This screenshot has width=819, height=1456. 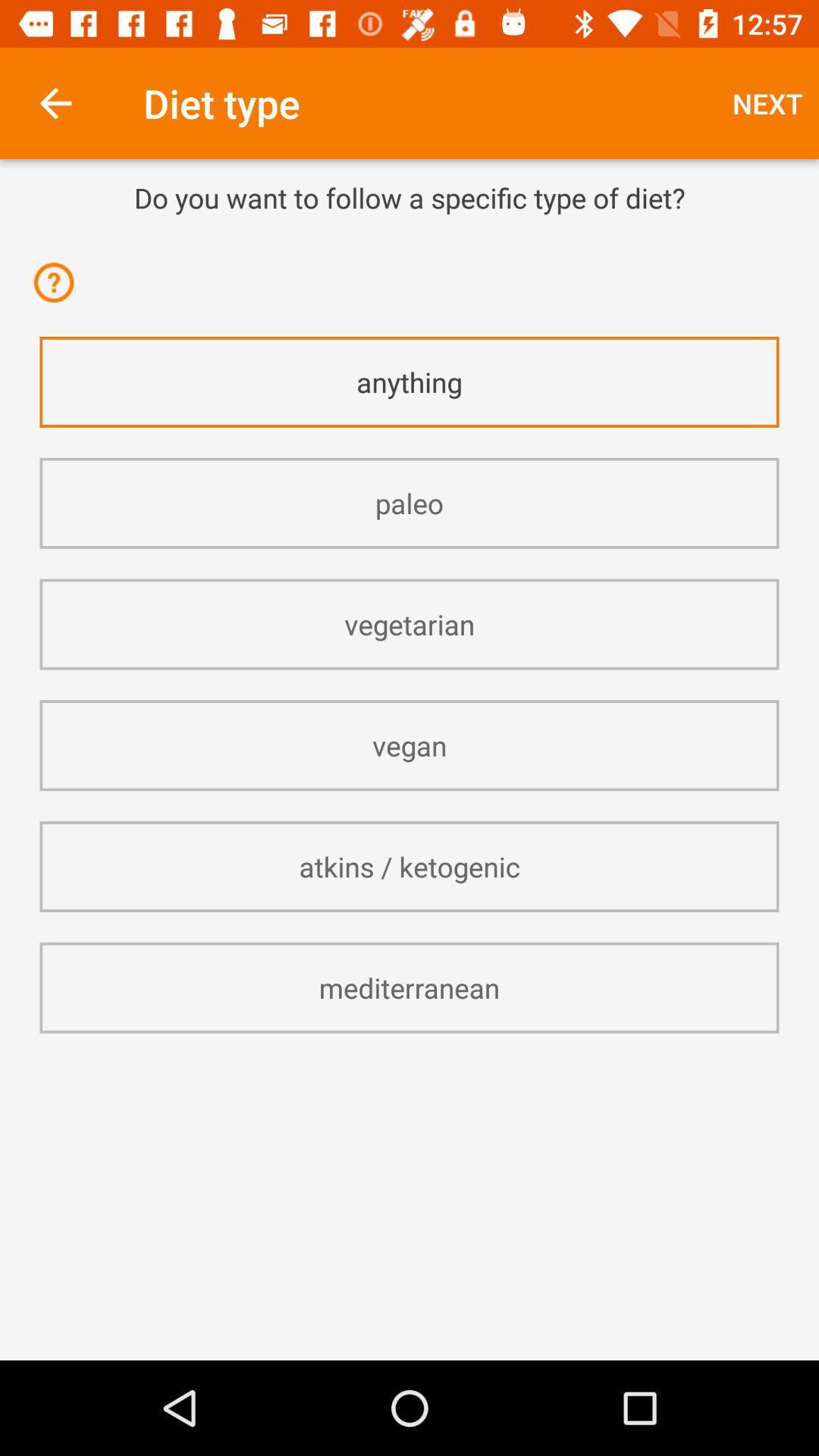 What do you see at coordinates (409, 866) in the screenshot?
I see `item below vegan item` at bounding box center [409, 866].